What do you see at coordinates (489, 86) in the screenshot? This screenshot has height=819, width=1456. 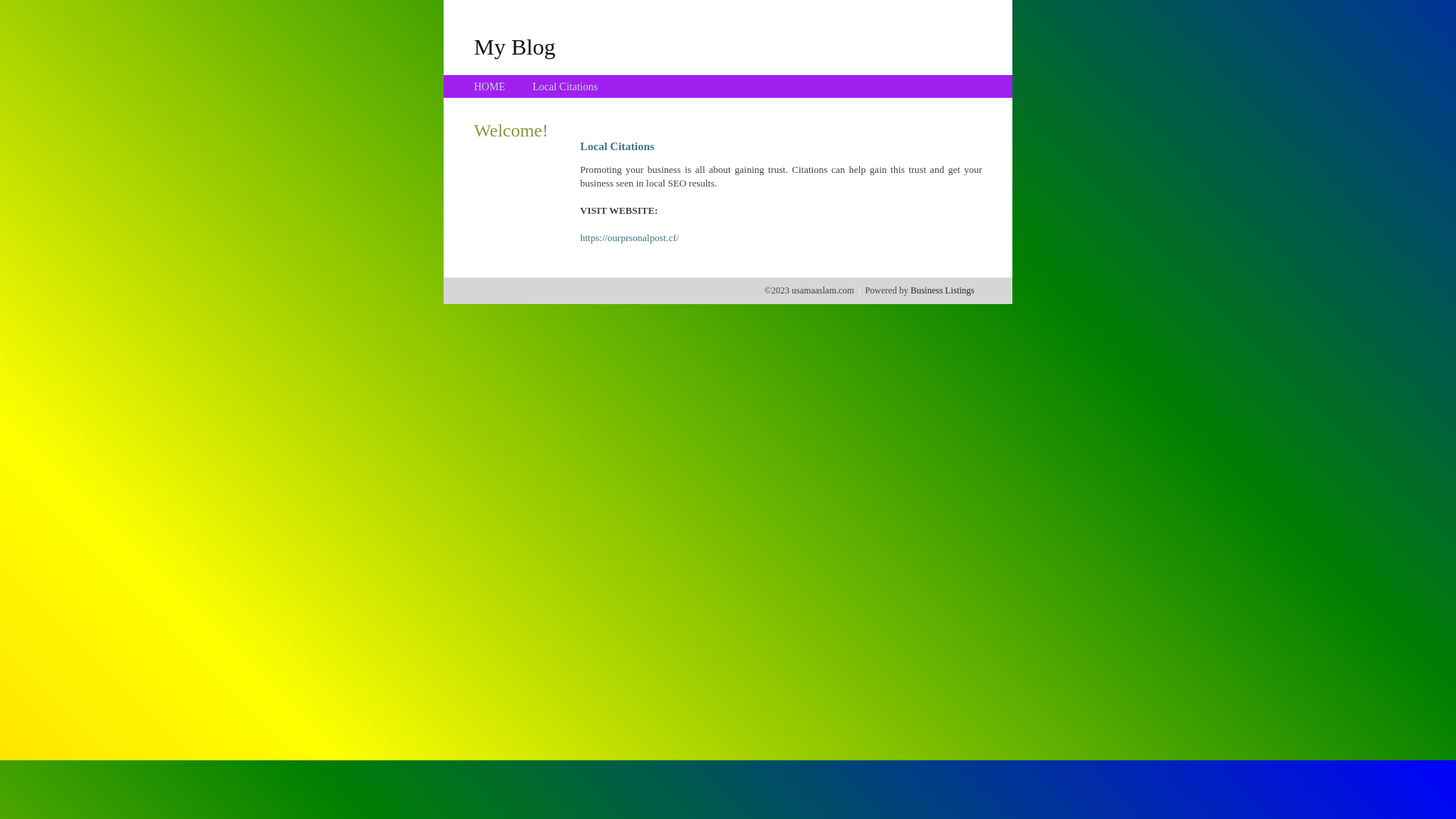 I see `'HOME'` at bounding box center [489, 86].